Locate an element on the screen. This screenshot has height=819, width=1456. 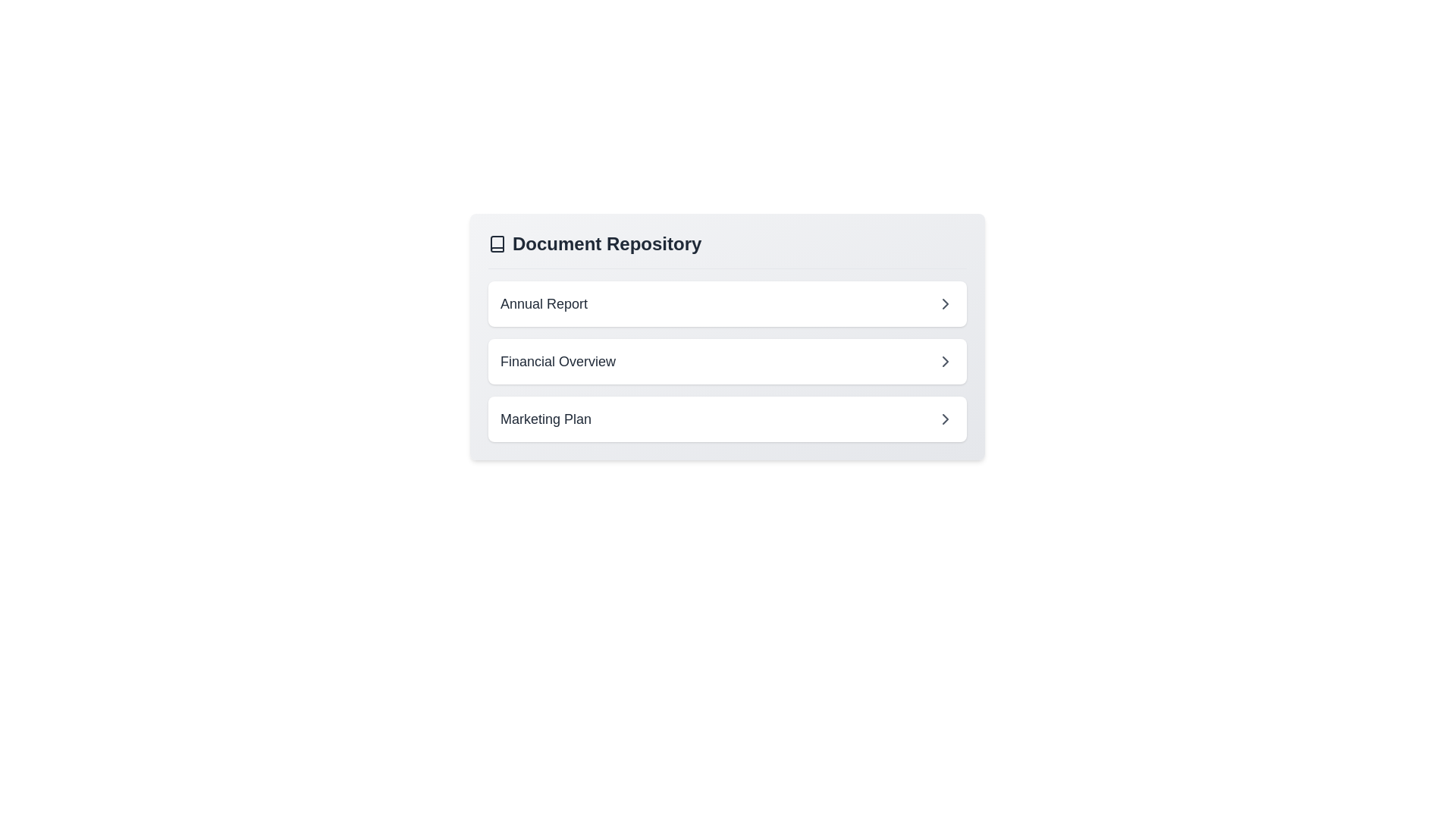
the 'Financial Overview' card component, which is the second card in the 'Document Repository' section is located at coordinates (726, 362).